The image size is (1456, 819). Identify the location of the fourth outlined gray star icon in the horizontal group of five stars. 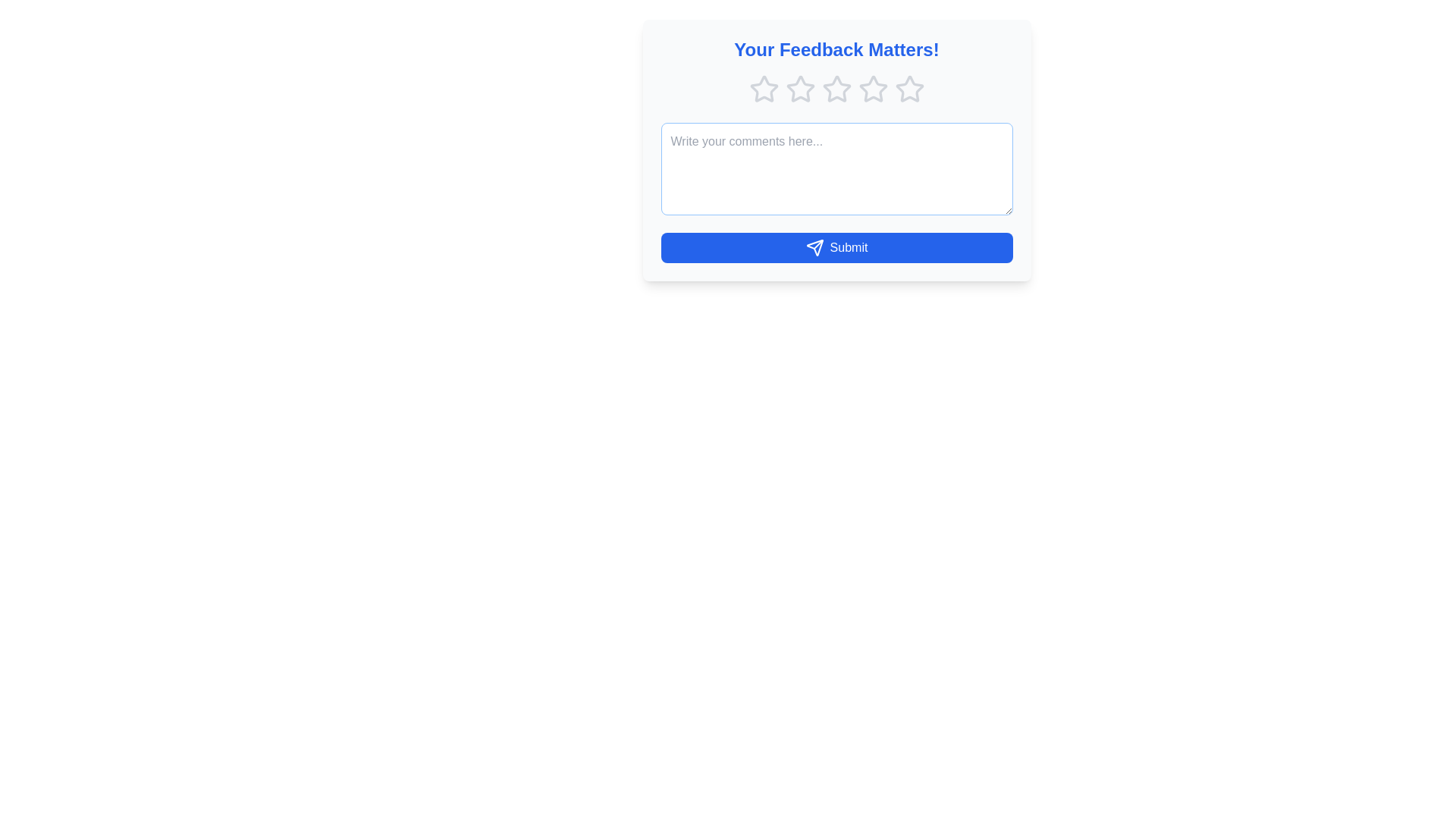
(873, 89).